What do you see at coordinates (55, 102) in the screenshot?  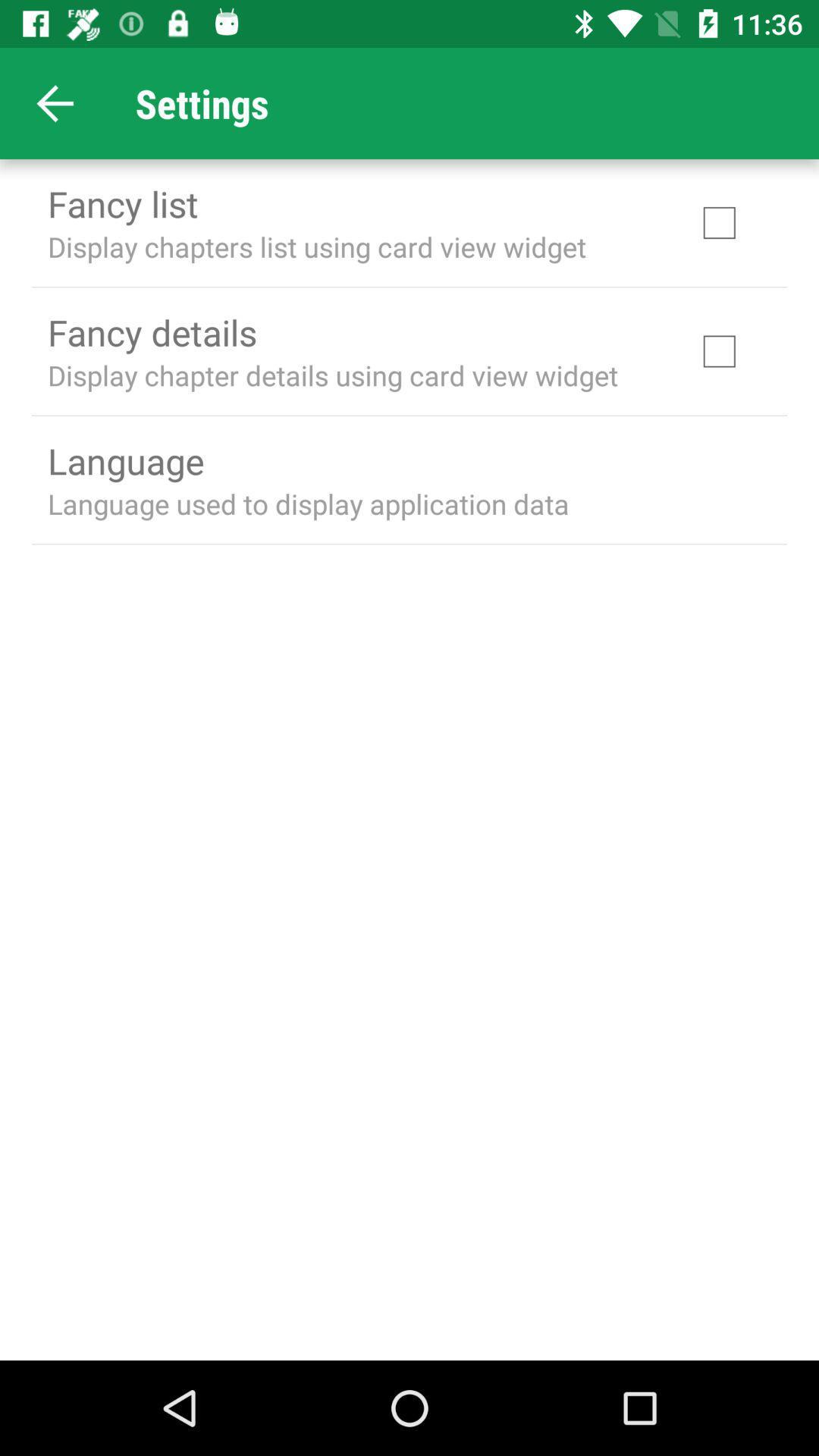 I see `go back` at bounding box center [55, 102].